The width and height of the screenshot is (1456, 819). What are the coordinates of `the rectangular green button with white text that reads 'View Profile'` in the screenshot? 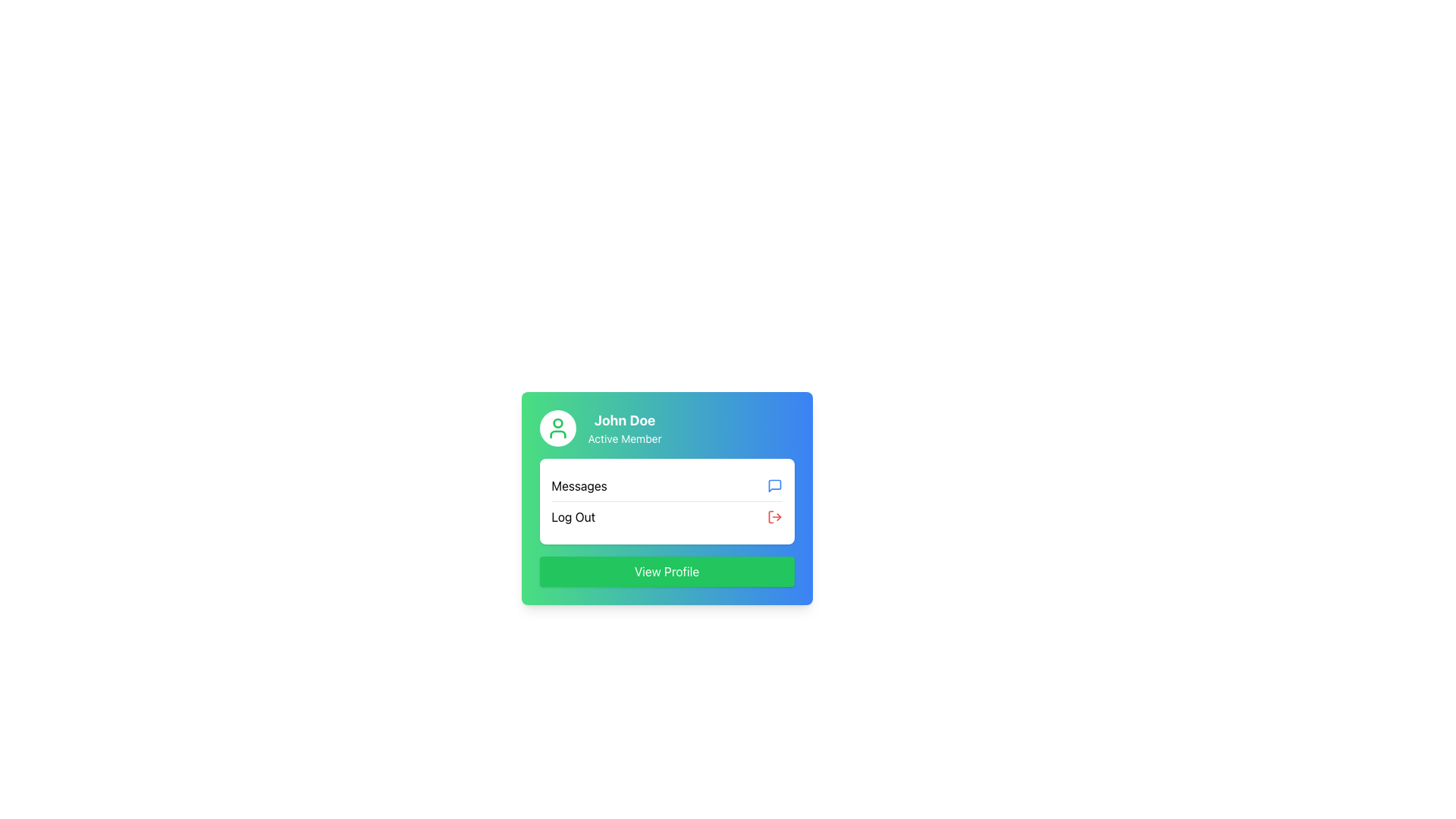 It's located at (667, 571).